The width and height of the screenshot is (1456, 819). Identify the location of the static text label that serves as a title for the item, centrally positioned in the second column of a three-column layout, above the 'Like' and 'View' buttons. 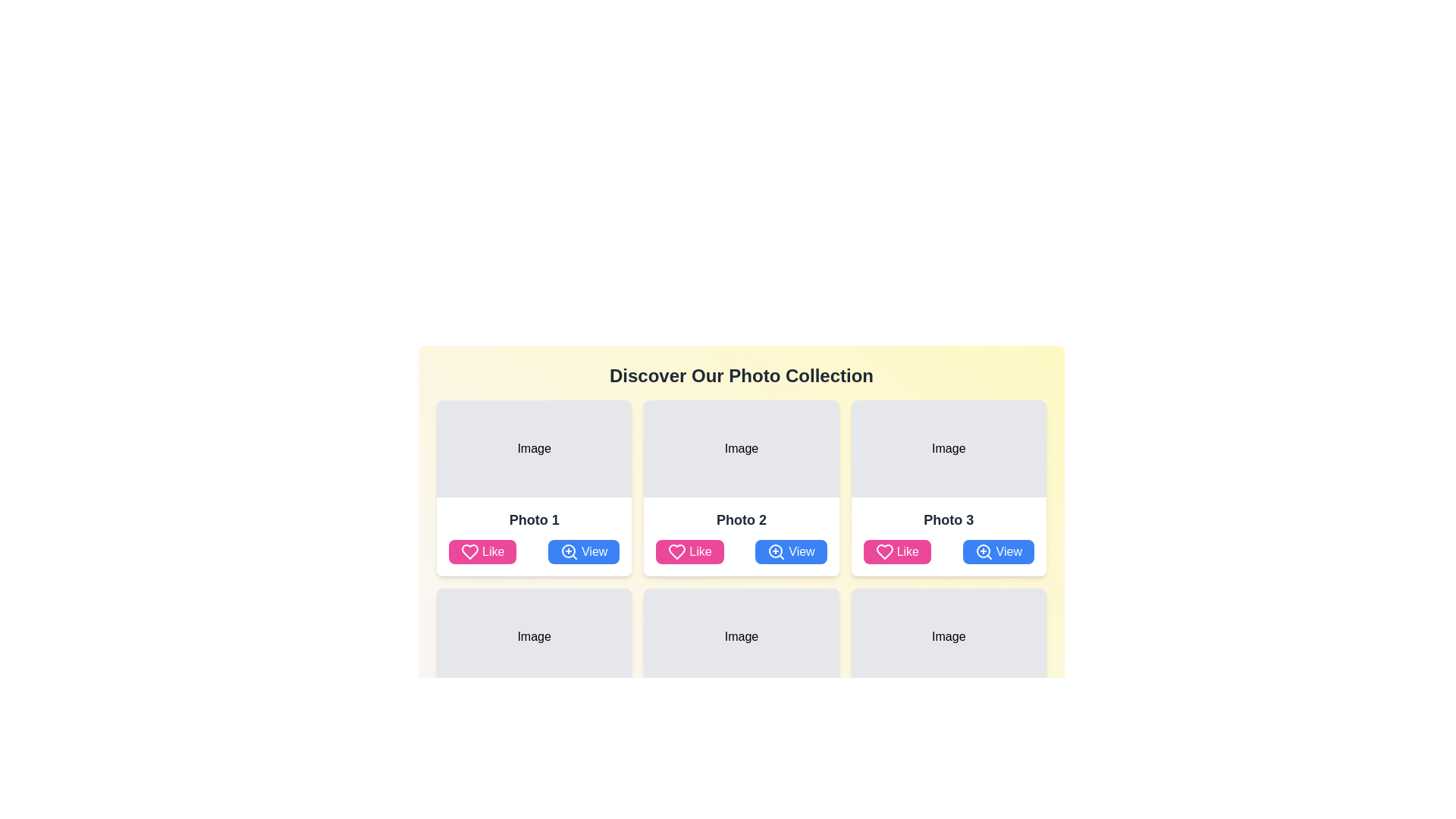
(742, 519).